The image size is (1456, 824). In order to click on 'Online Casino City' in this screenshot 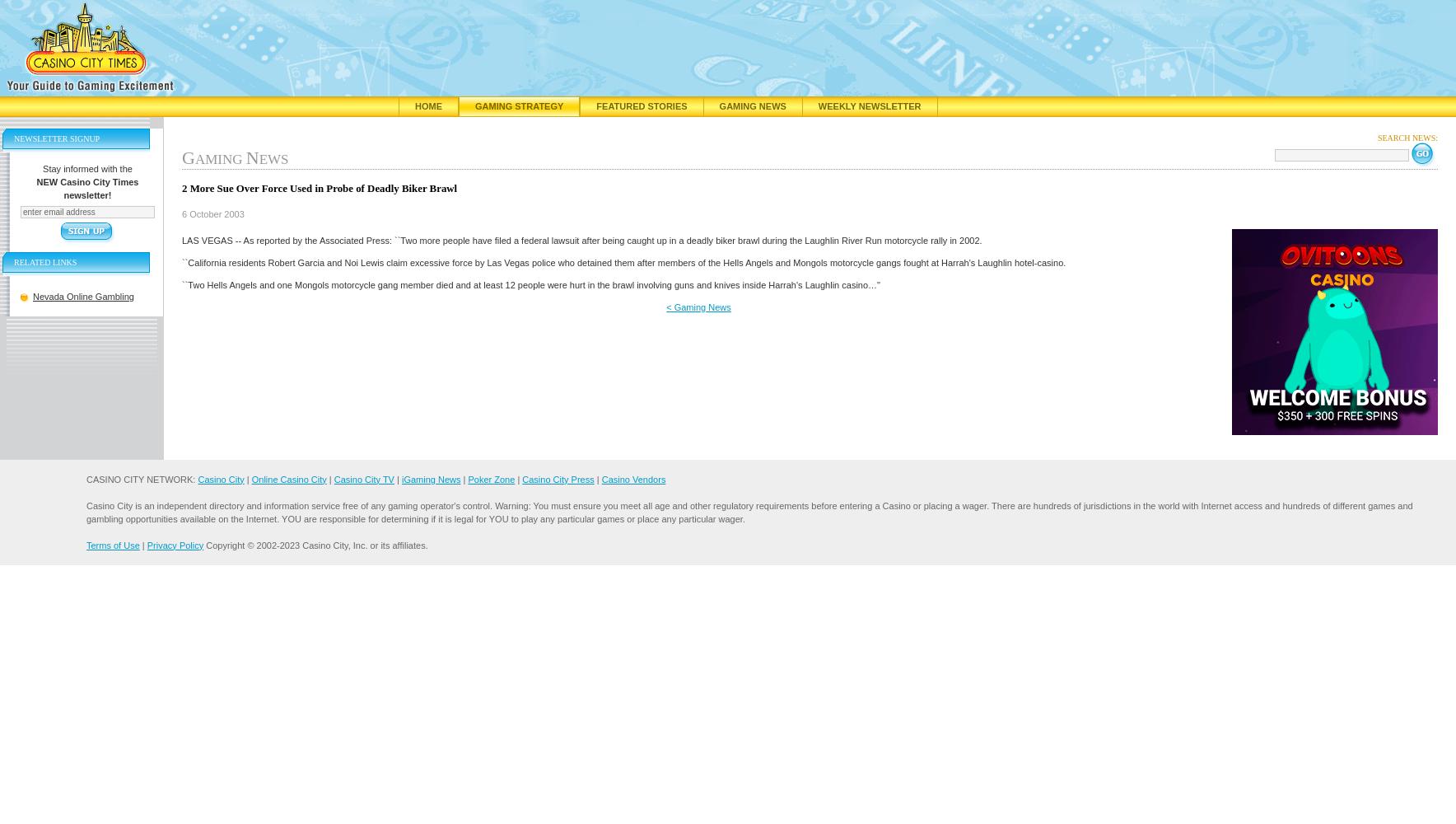, I will do `click(288, 478)`.